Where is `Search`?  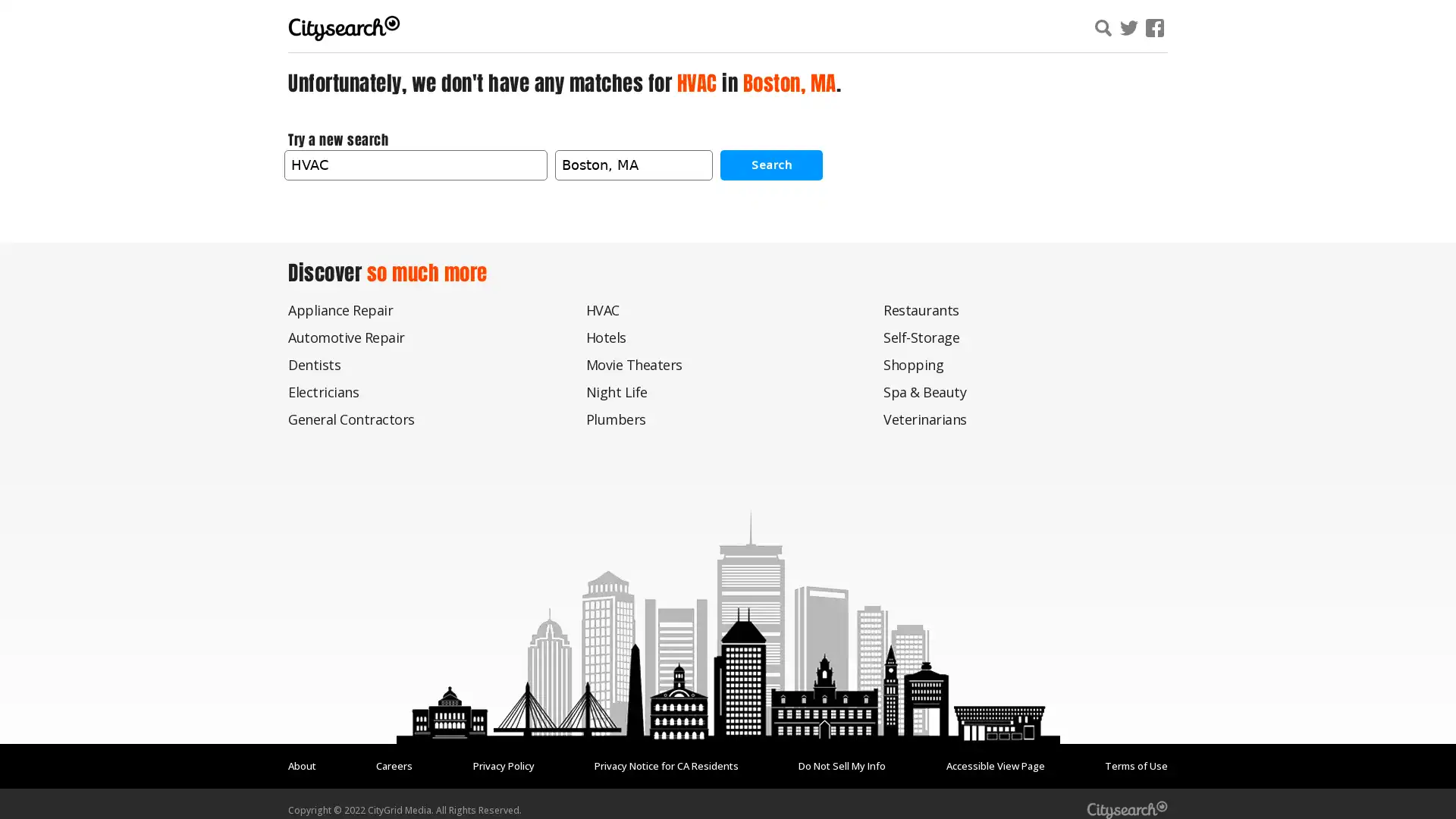 Search is located at coordinates (1284, 30).